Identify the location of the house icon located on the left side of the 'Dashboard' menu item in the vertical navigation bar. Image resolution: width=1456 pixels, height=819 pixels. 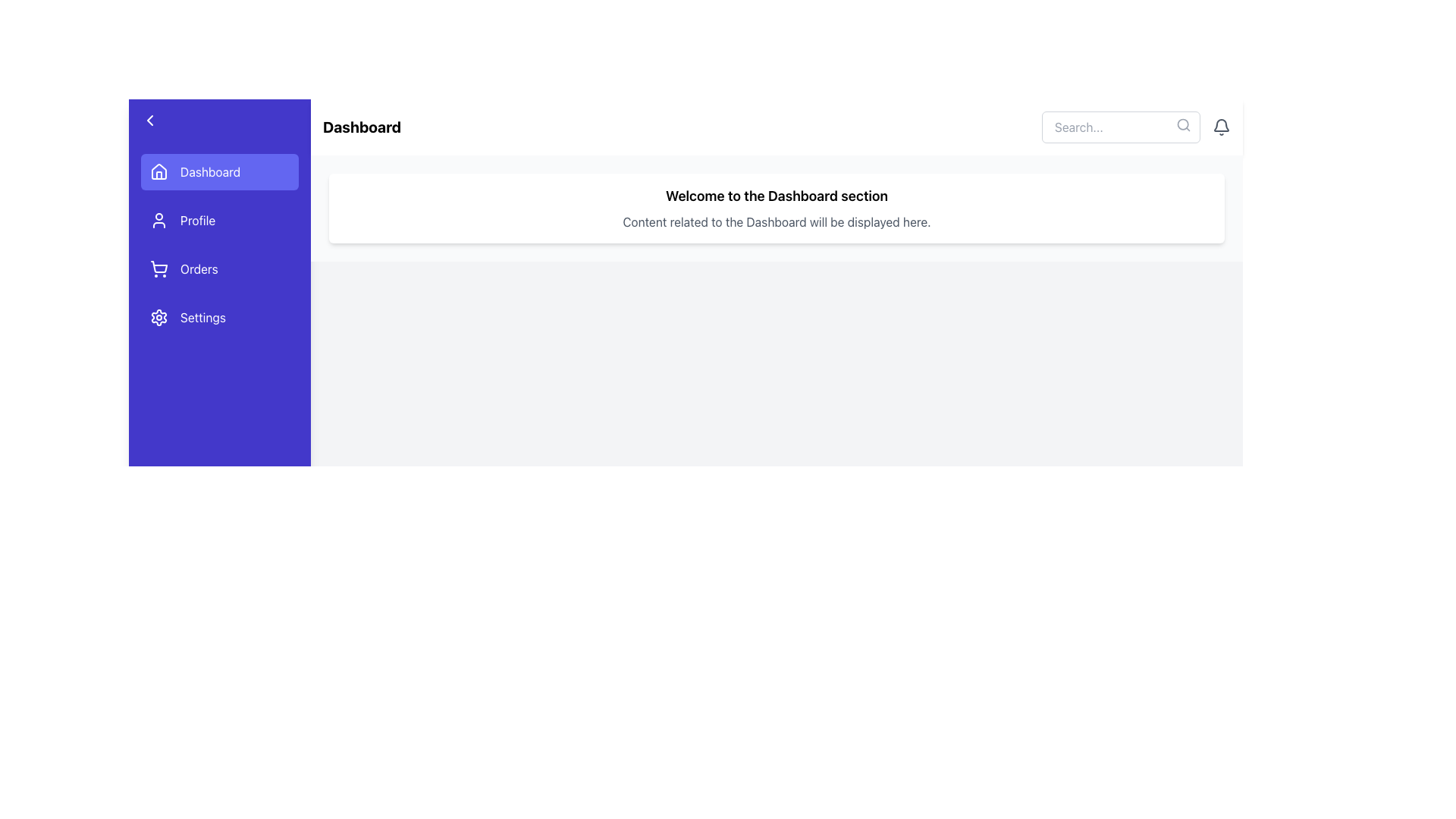
(159, 171).